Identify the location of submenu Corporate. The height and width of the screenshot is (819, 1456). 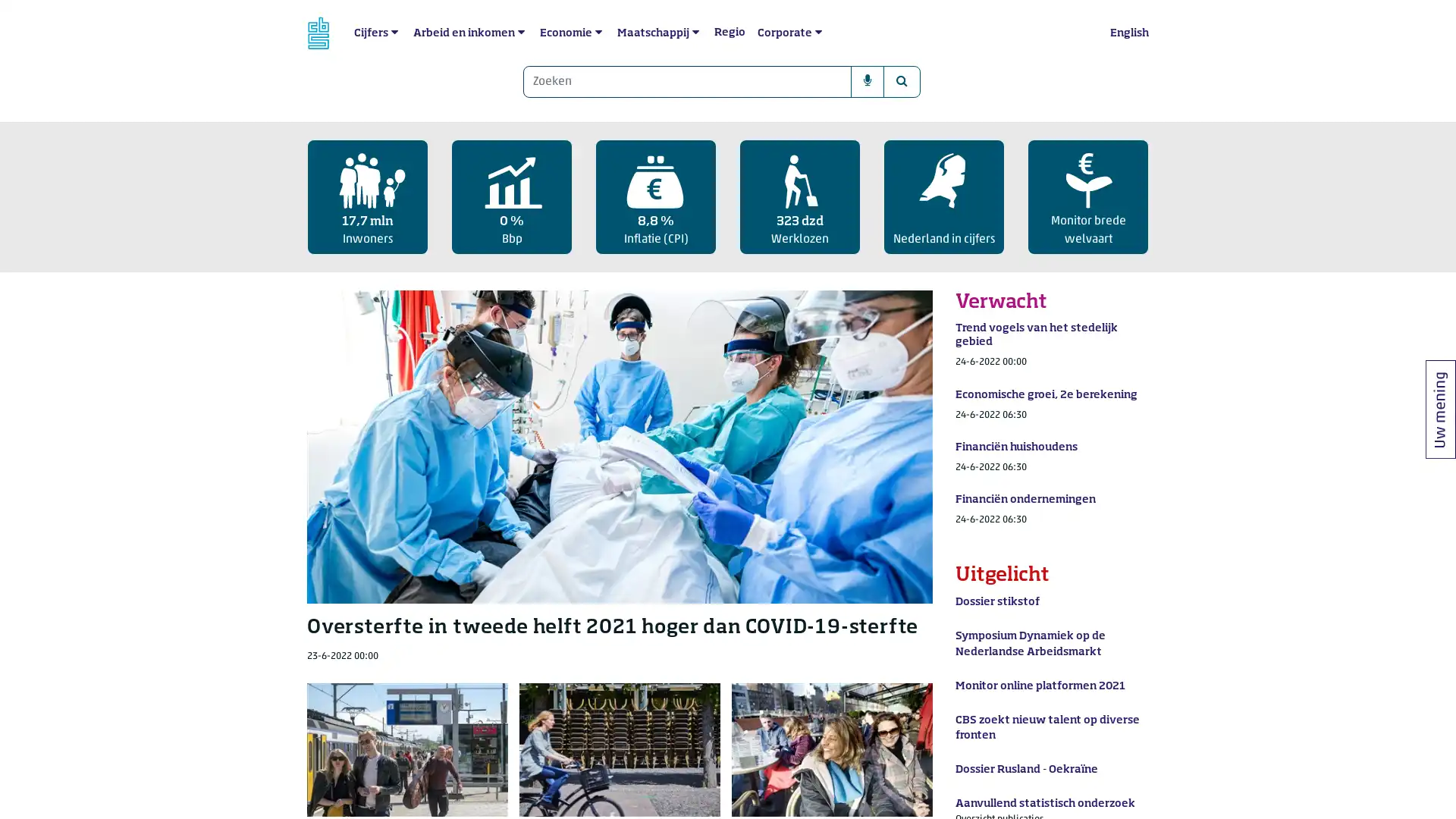
(817, 32).